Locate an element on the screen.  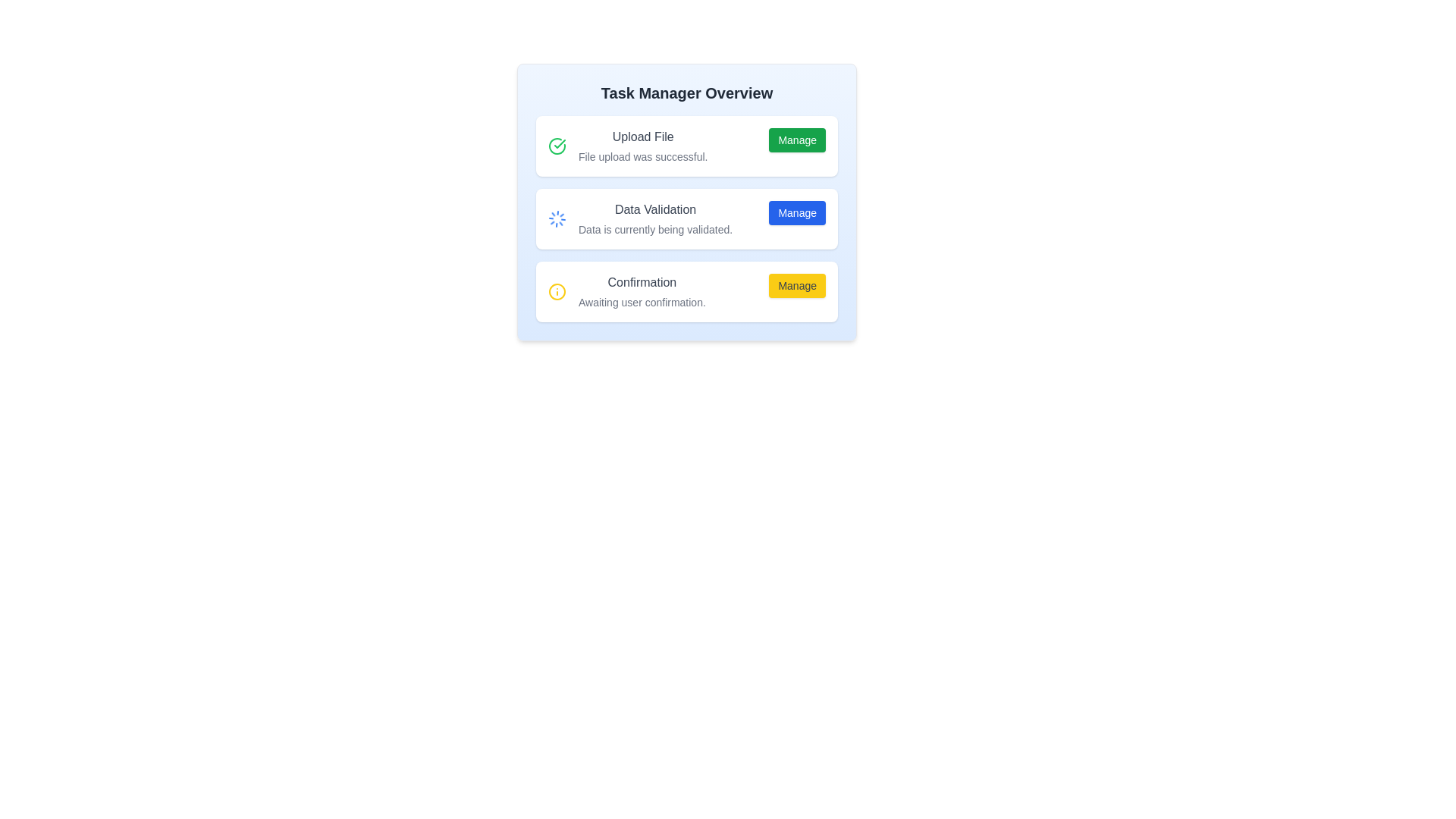
the green check mark icon inside the circular icon located in the top-left section of the 'Upload File' task box is located at coordinates (559, 143).